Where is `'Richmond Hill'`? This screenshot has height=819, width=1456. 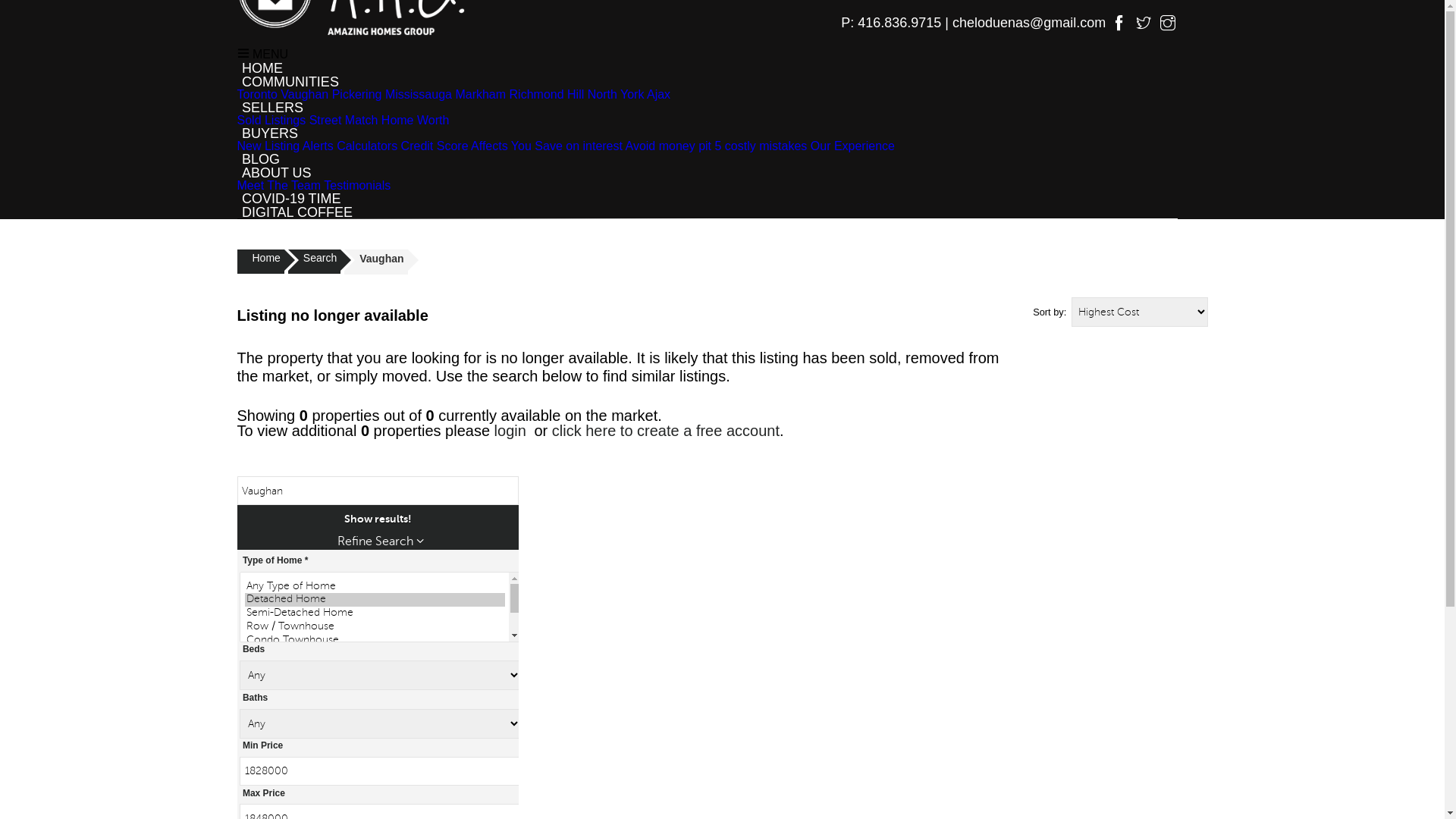
'Richmond Hill' is located at coordinates (546, 94).